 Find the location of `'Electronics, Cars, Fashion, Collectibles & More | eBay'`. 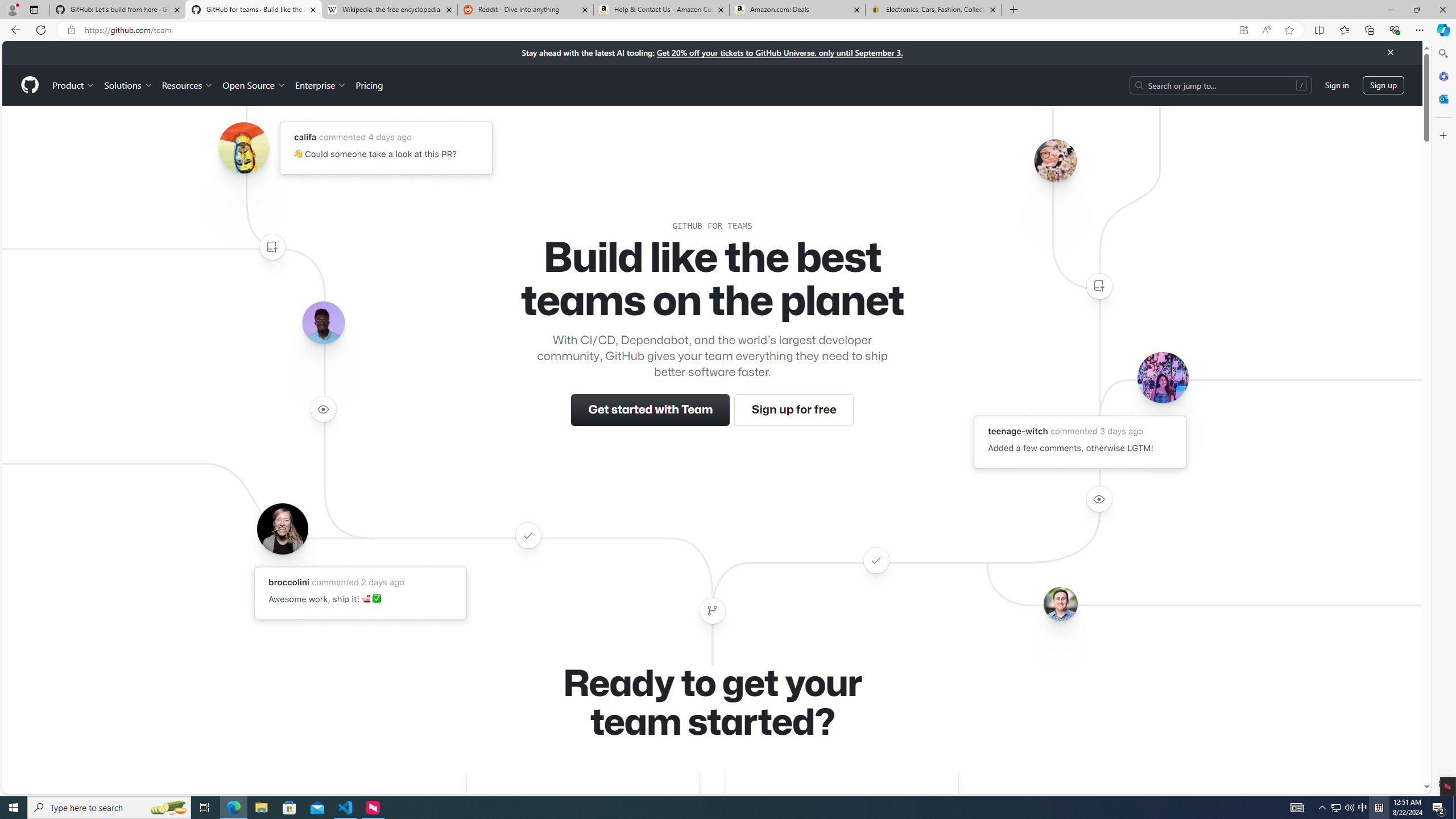

'Electronics, Cars, Fashion, Collectibles & More | eBay' is located at coordinates (932, 9).